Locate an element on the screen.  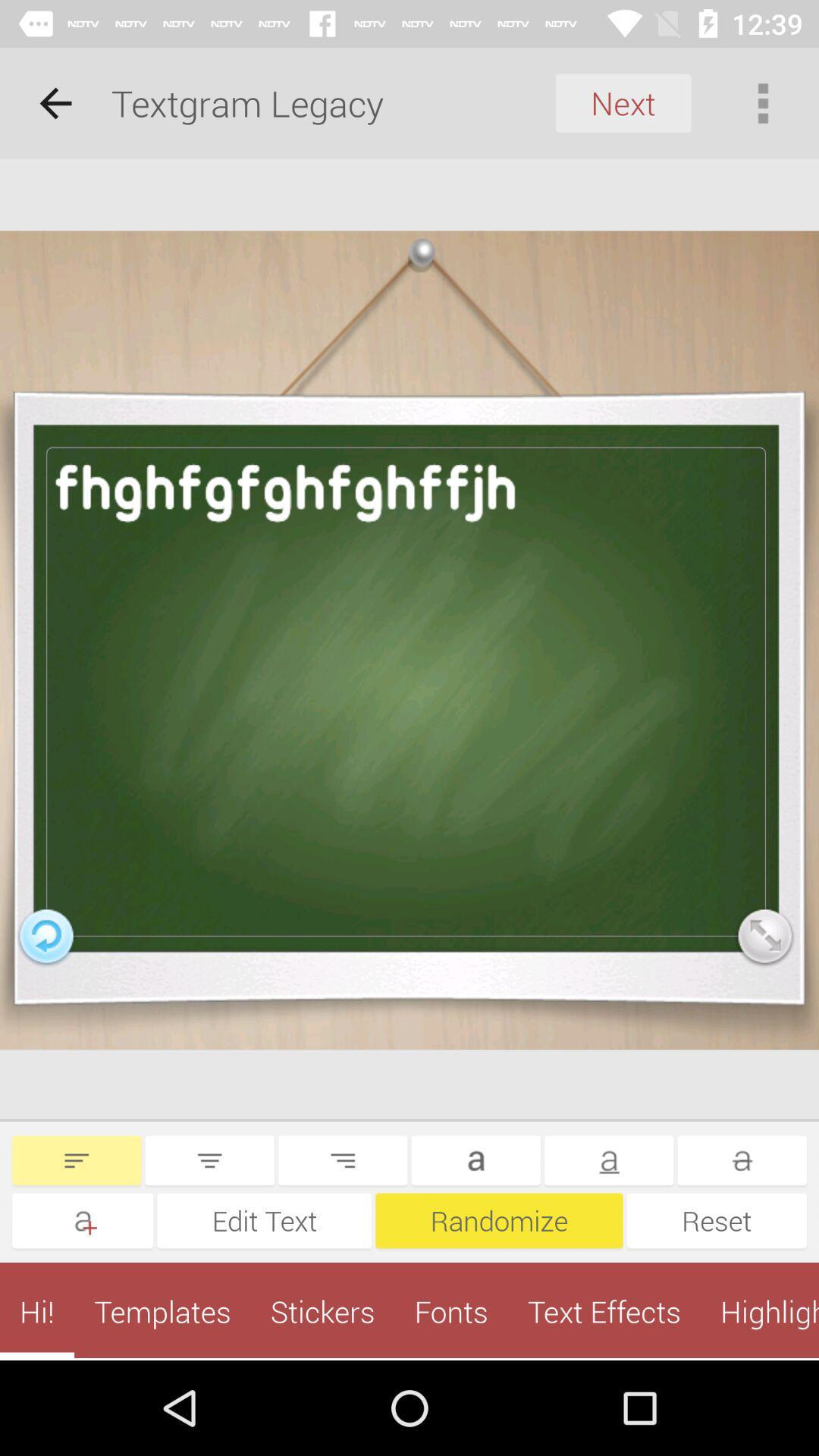
the stickers item is located at coordinates (322, 1310).